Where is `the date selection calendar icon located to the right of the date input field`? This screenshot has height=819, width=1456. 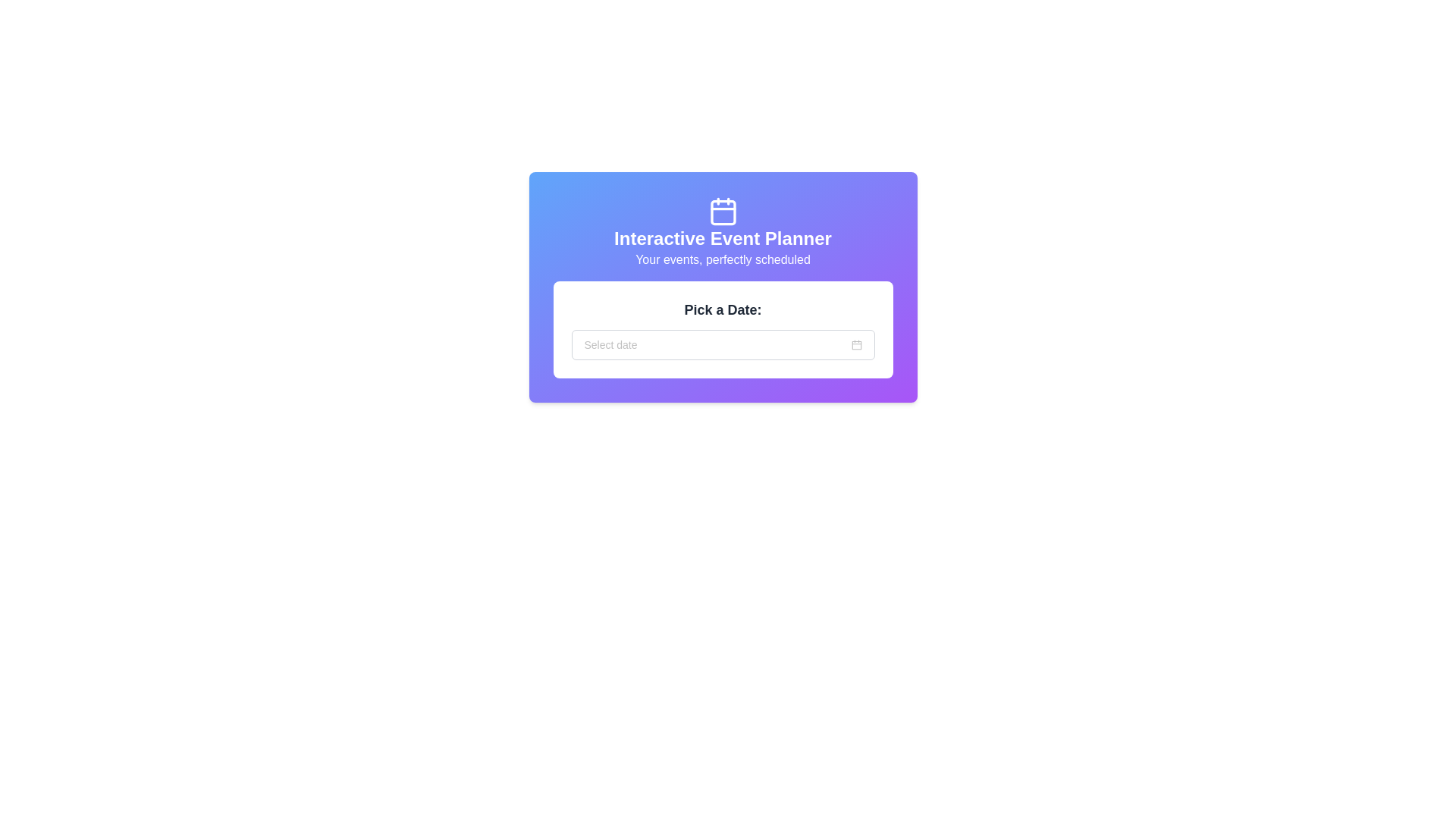
the date selection calendar icon located to the right of the date input field is located at coordinates (856, 345).